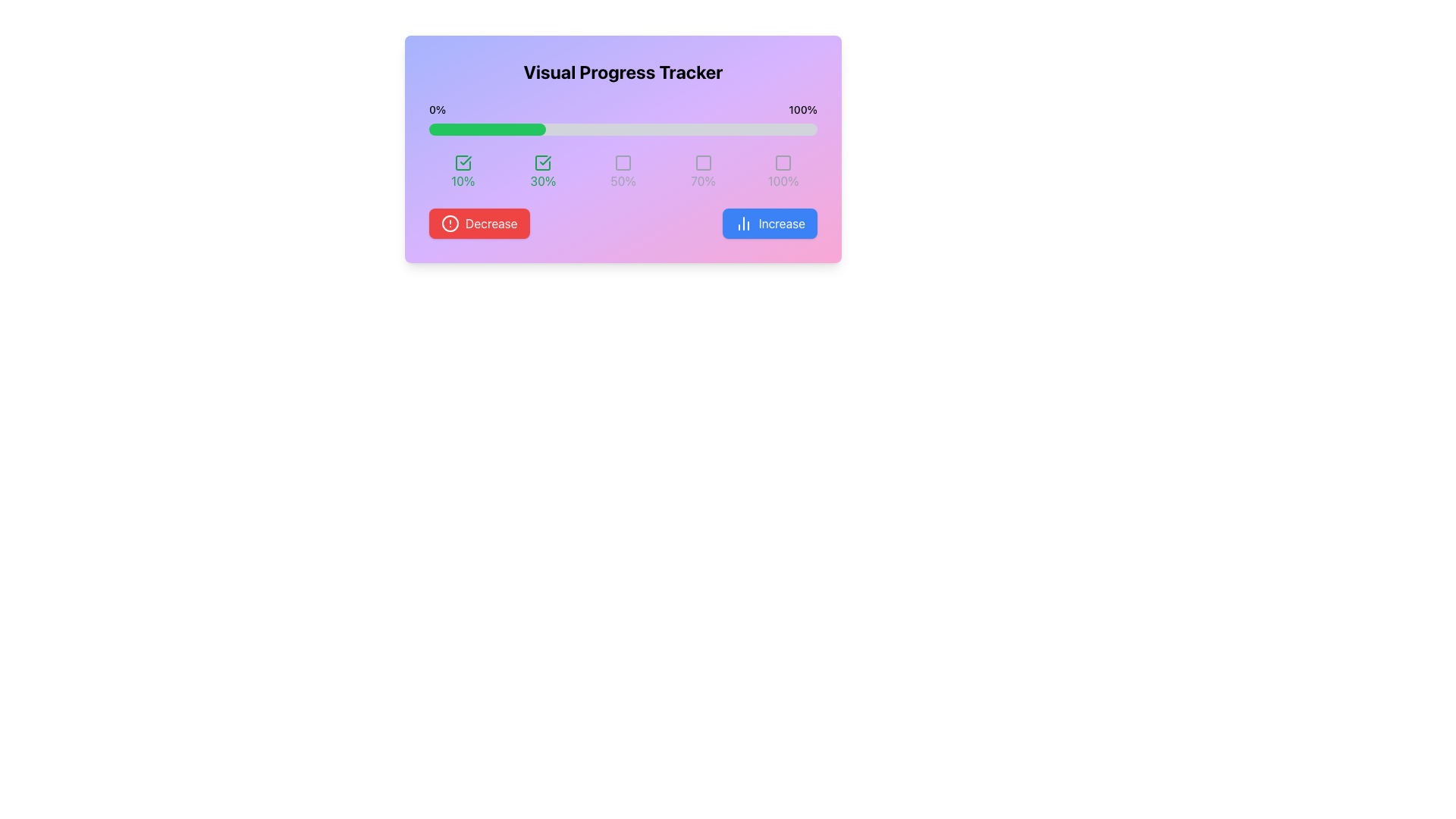  Describe the element at coordinates (543, 163) in the screenshot. I see `the second checkbox element in the row, which has an outline of a square and a tick mark inside, positioned above the label '30%'` at that location.